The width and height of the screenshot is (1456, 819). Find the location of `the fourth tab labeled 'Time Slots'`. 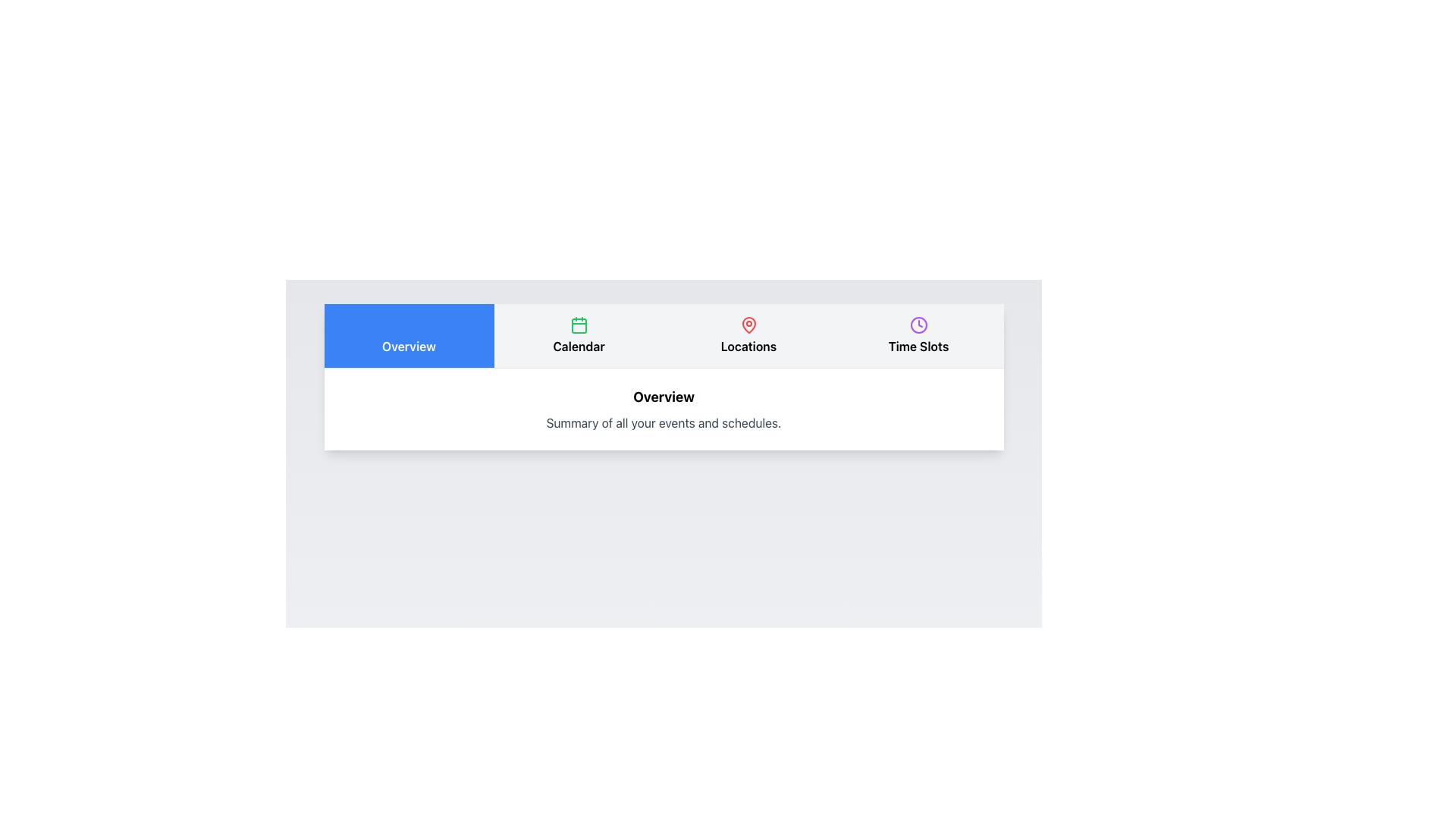

the fourth tab labeled 'Time Slots' is located at coordinates (918, 335).